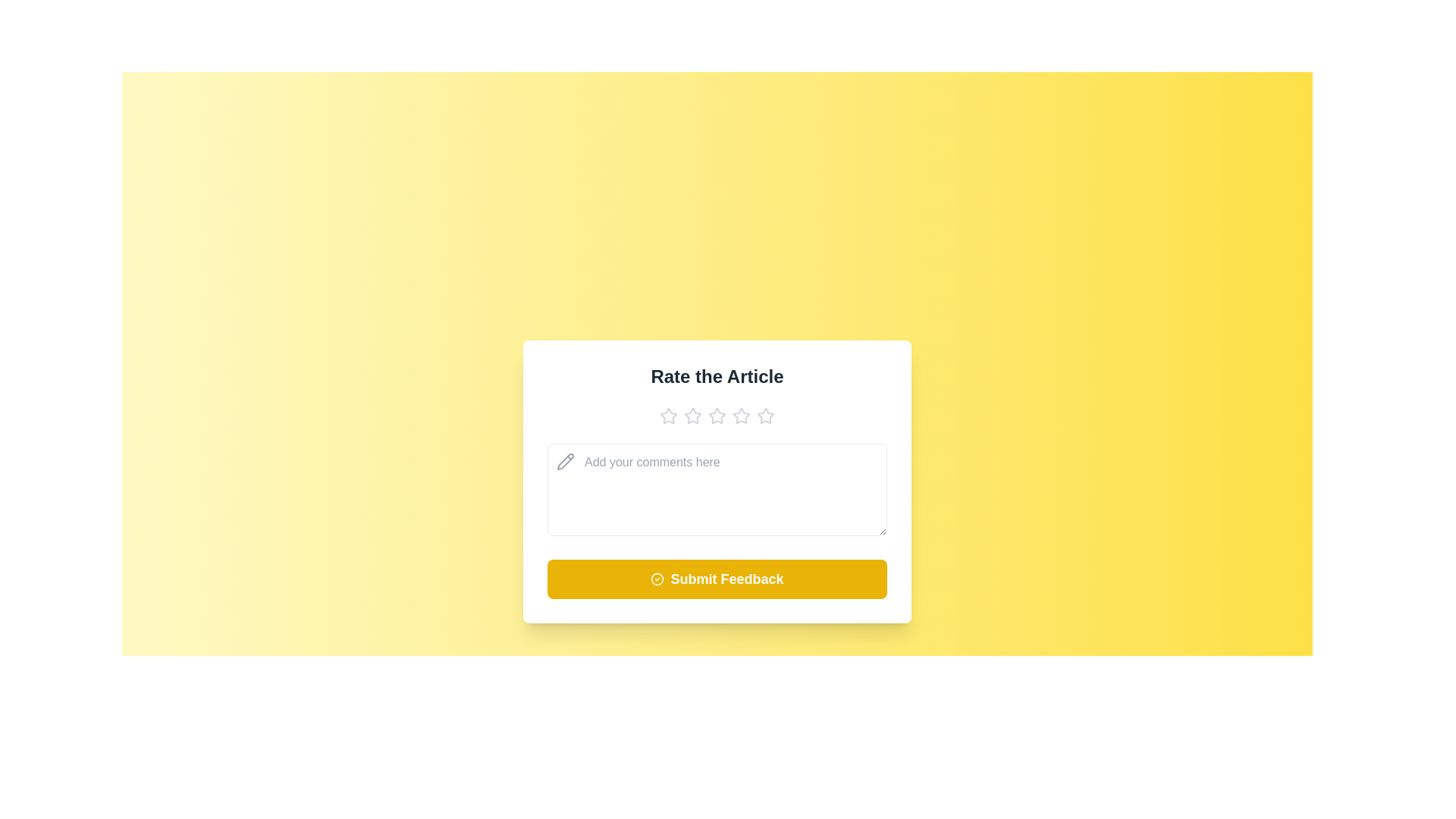 The image size is (1456, 819). I want to click on the text label for the feedback submission button, which is centrally aligned within a prominent yellow button at the bottom of the feedback form, so click(726, 579).